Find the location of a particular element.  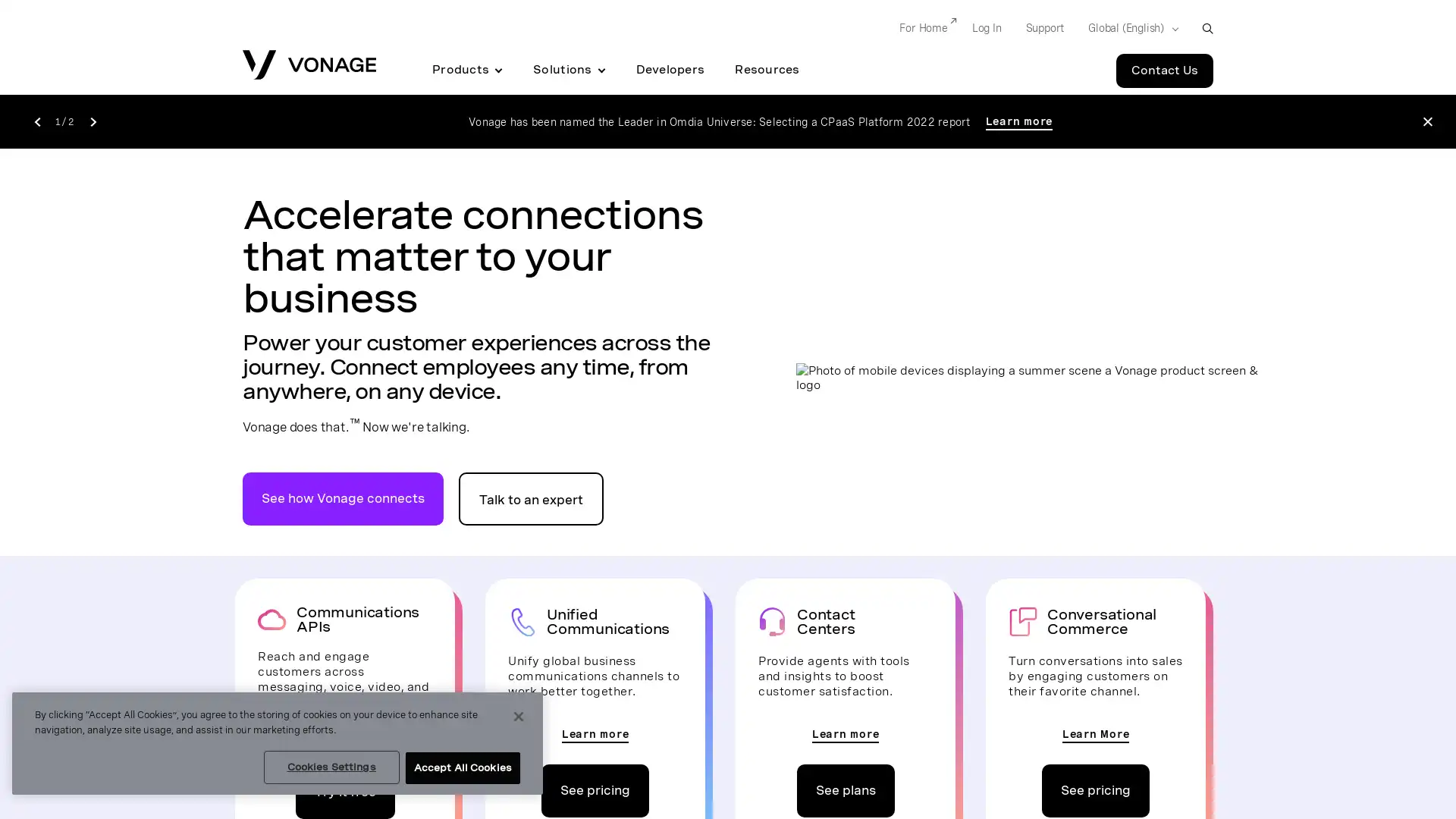

Close the announcement is located at coordinates (1426, 121).